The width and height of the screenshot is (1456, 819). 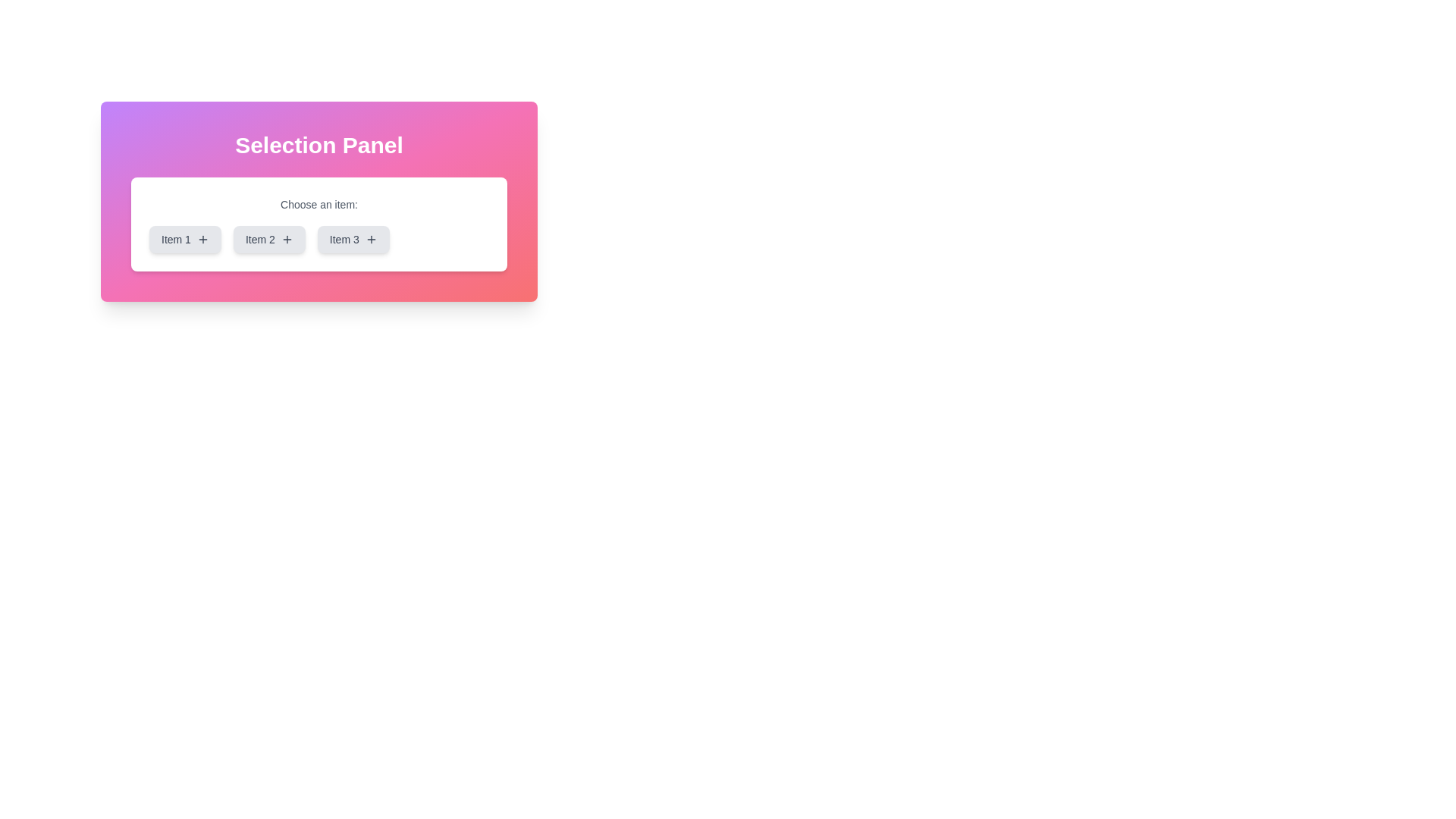 I want to click on the button labeled 'Item 2' which has a light gray background and is positioned between 'Item 1' and 'Item 3', so click(x=269, y=239).